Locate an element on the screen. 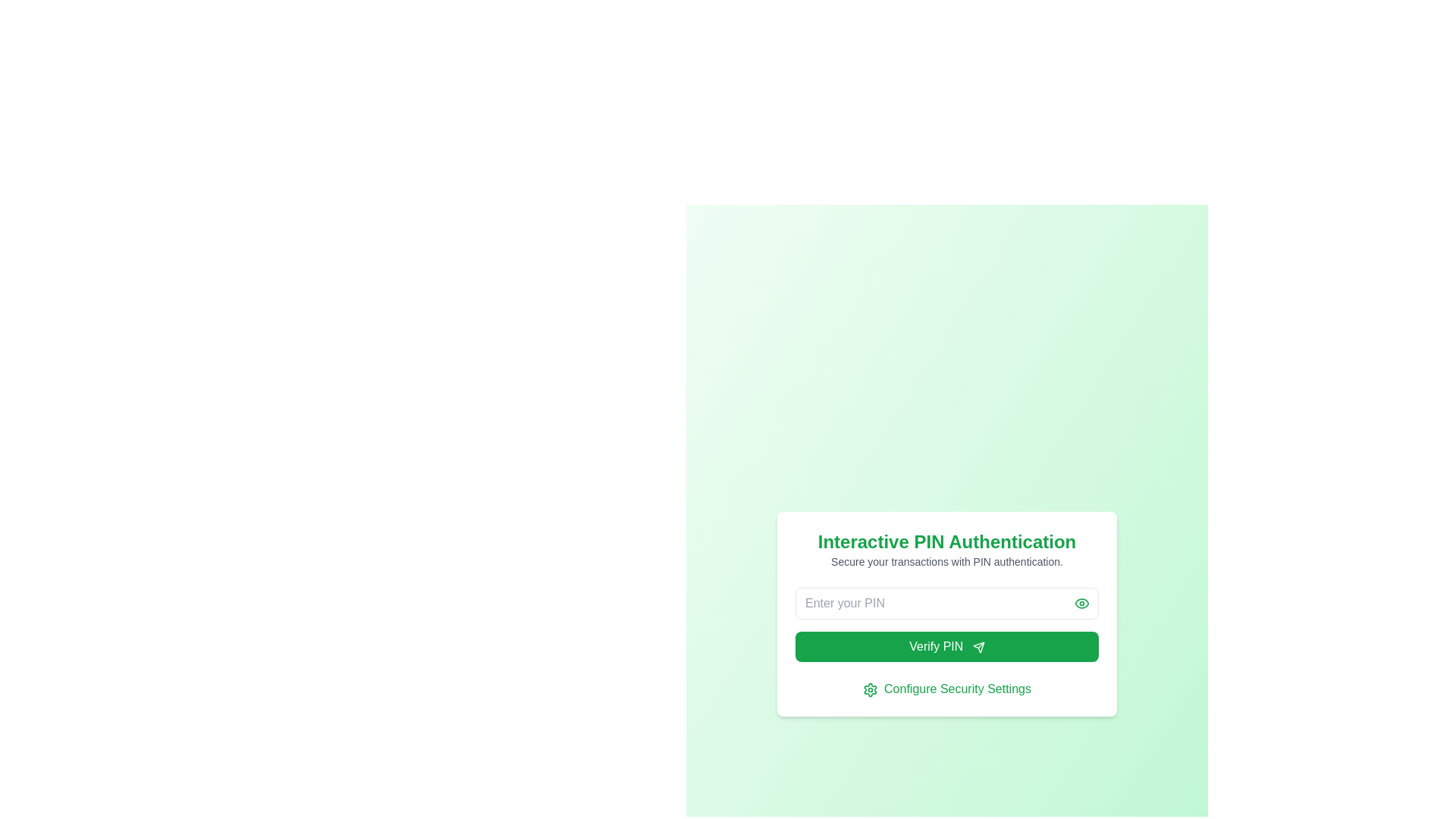  the eye icon button, which toggles the password visibility for the 'Enter your PIN' input field is located at coordinates (1081, 602).